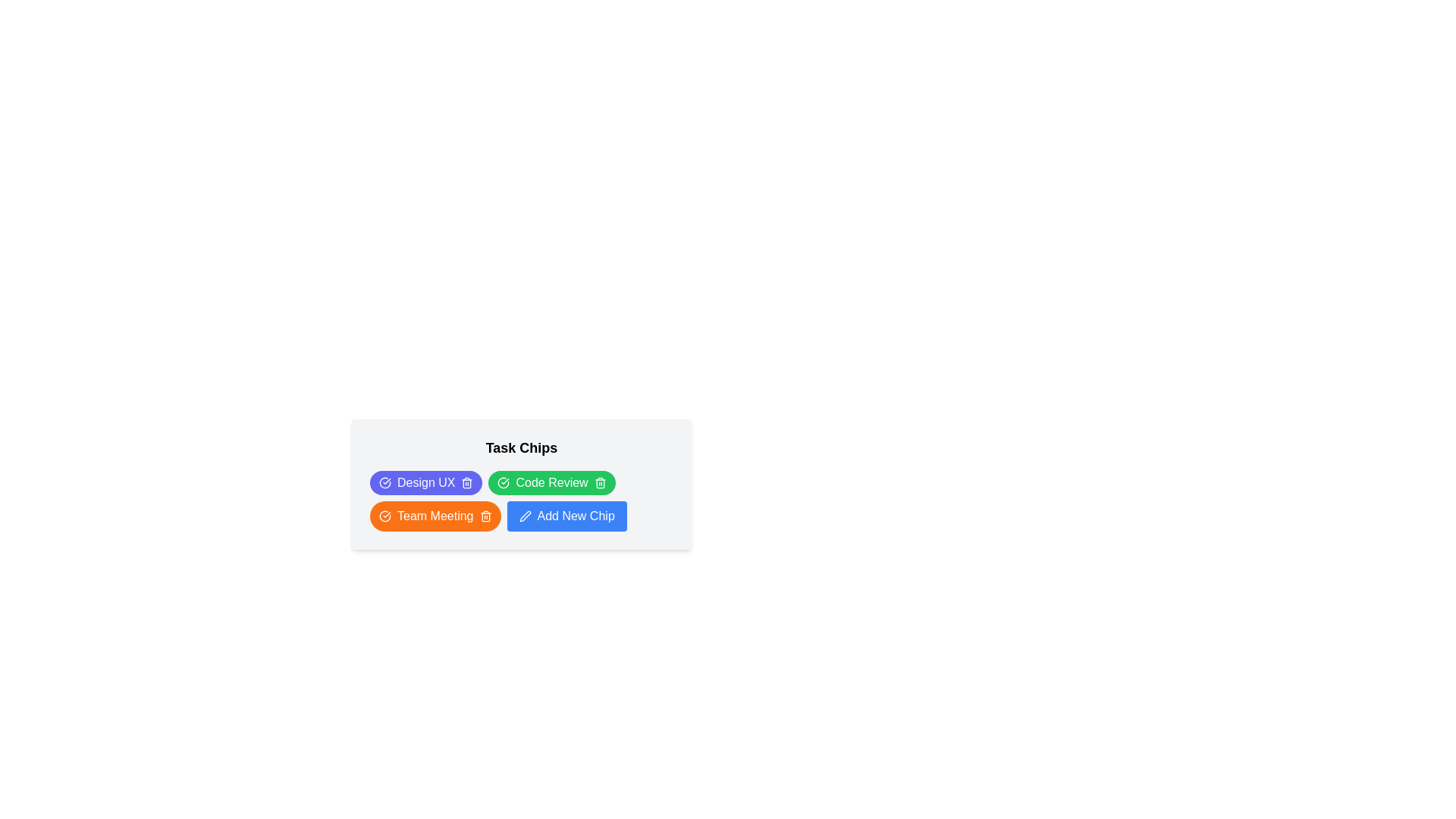  Describe the element at coordinates (425, 482) in the screenshot. I see `the 'Design UX' task button, which is the first item in a horizontally arranged list of buttons, located in the top-left corner adjacent to the 'Code Review' button` at that location.